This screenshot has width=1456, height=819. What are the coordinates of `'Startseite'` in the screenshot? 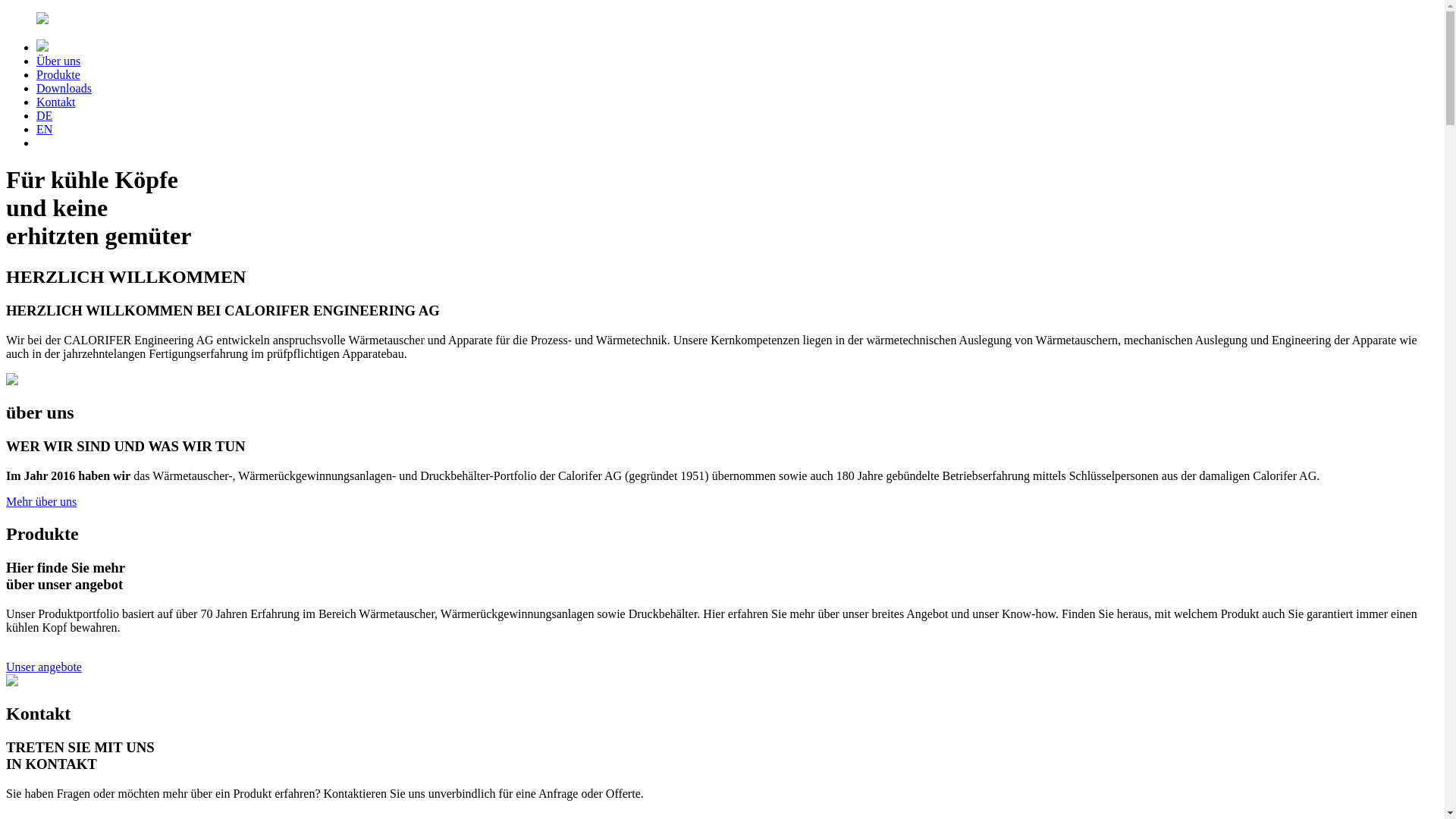 It's located at (721, 20).